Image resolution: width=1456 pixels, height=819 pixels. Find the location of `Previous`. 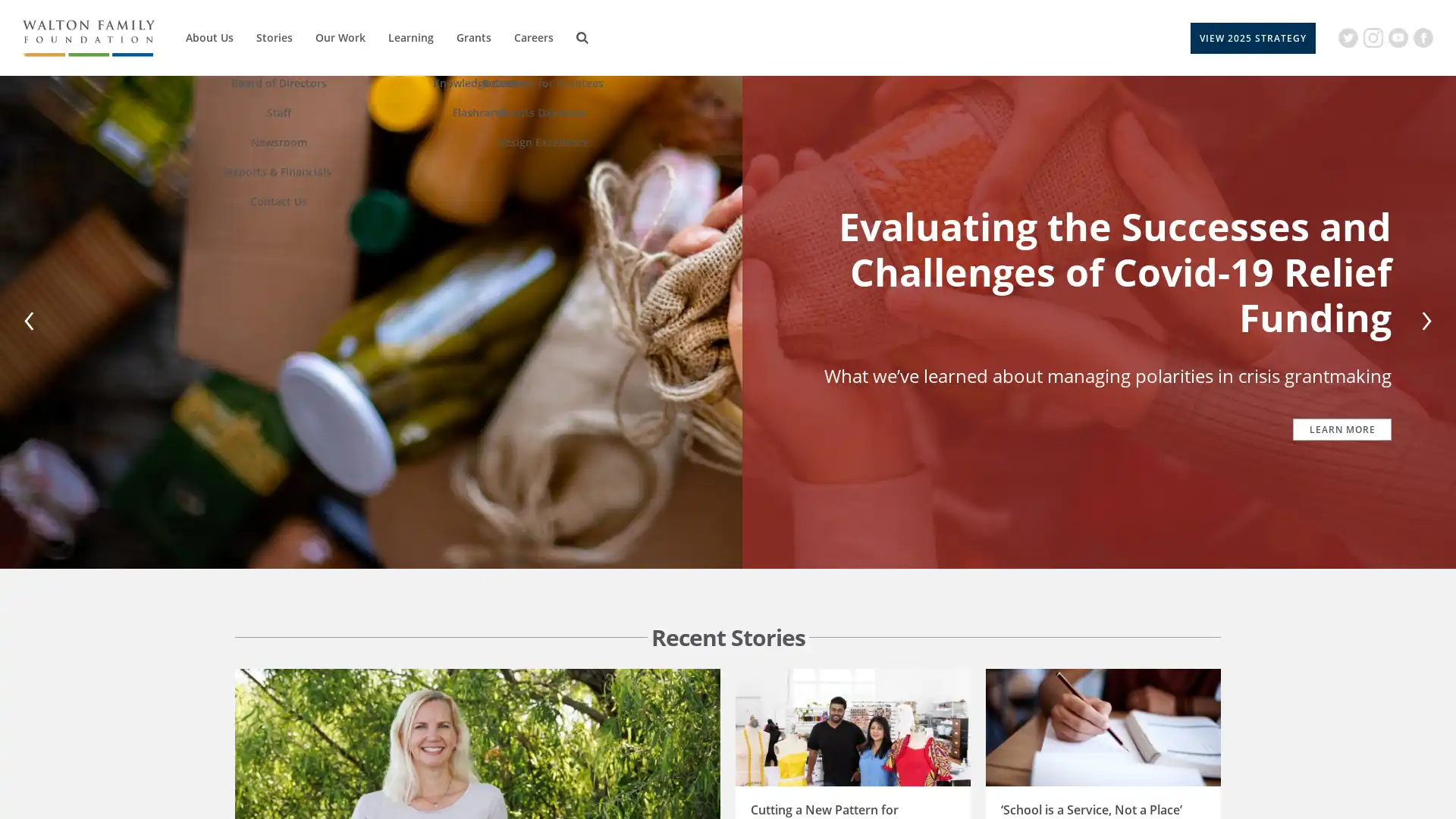

Previous is located at coordinates (32, 321).